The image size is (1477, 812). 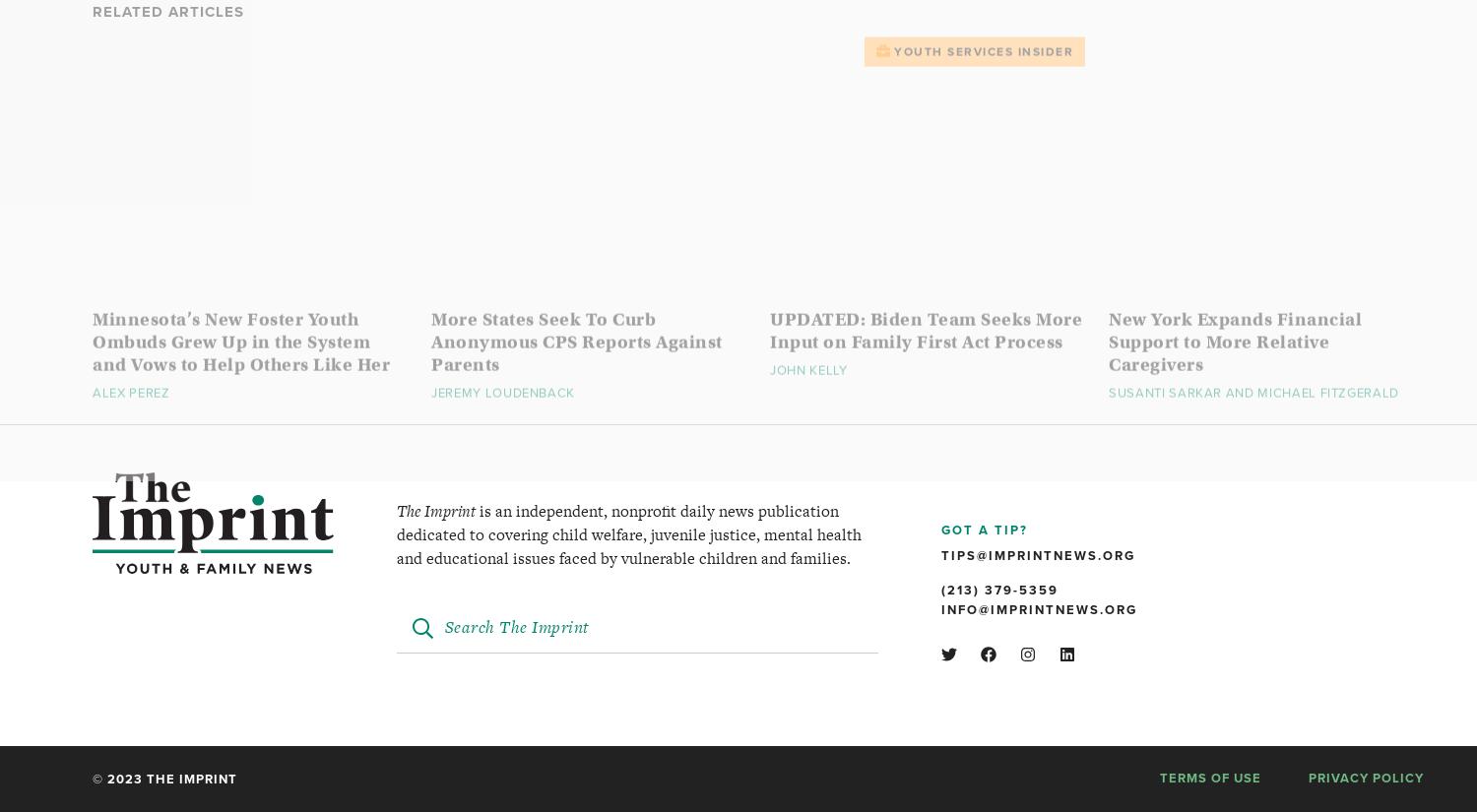 I want to click on 'Privacy Policy', so click(x=1366, y=778).